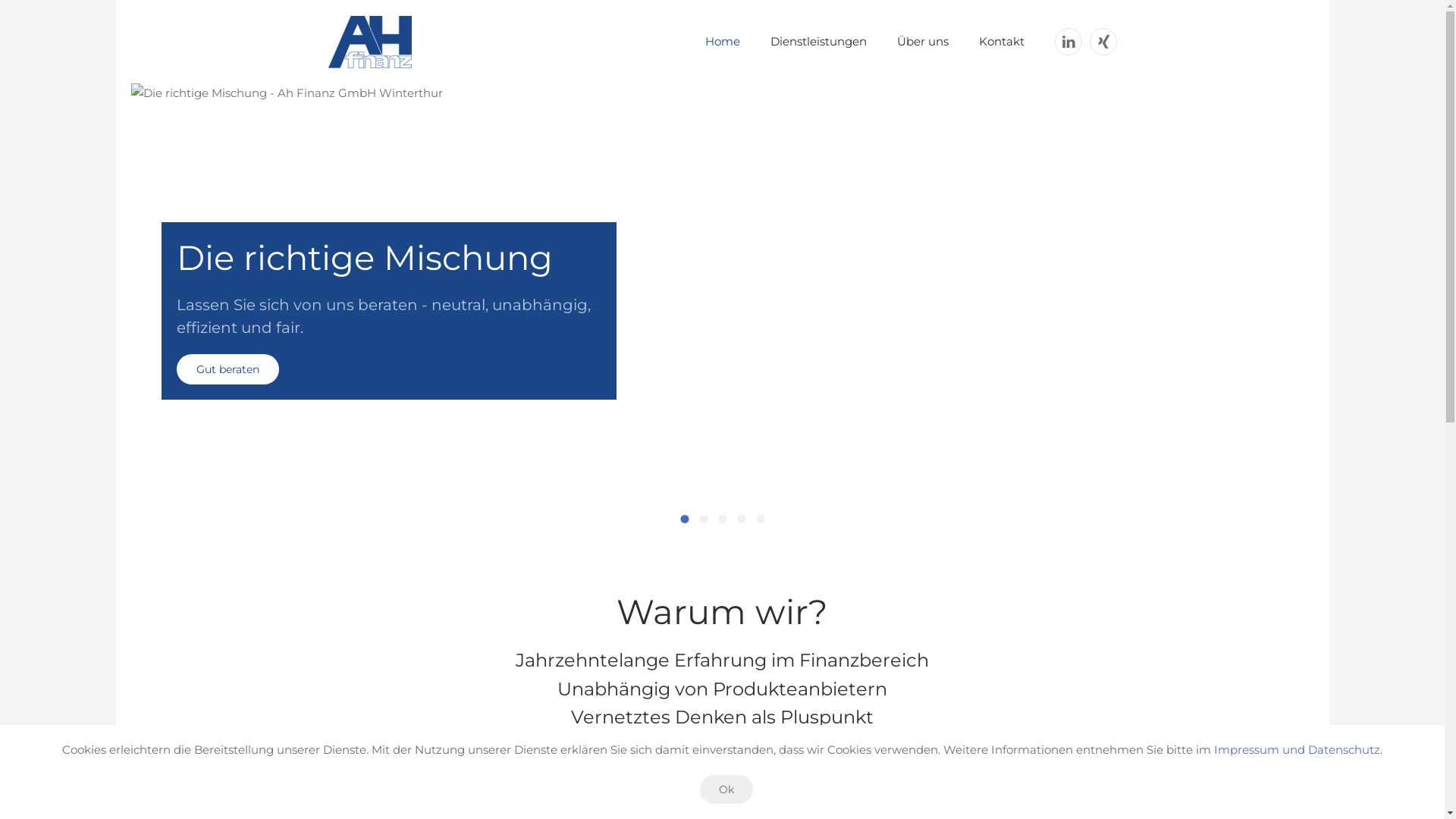  What do you see at coordinates (722, 40) in the screenshot?
I see `'Home'` at bounding box center [722, 40].